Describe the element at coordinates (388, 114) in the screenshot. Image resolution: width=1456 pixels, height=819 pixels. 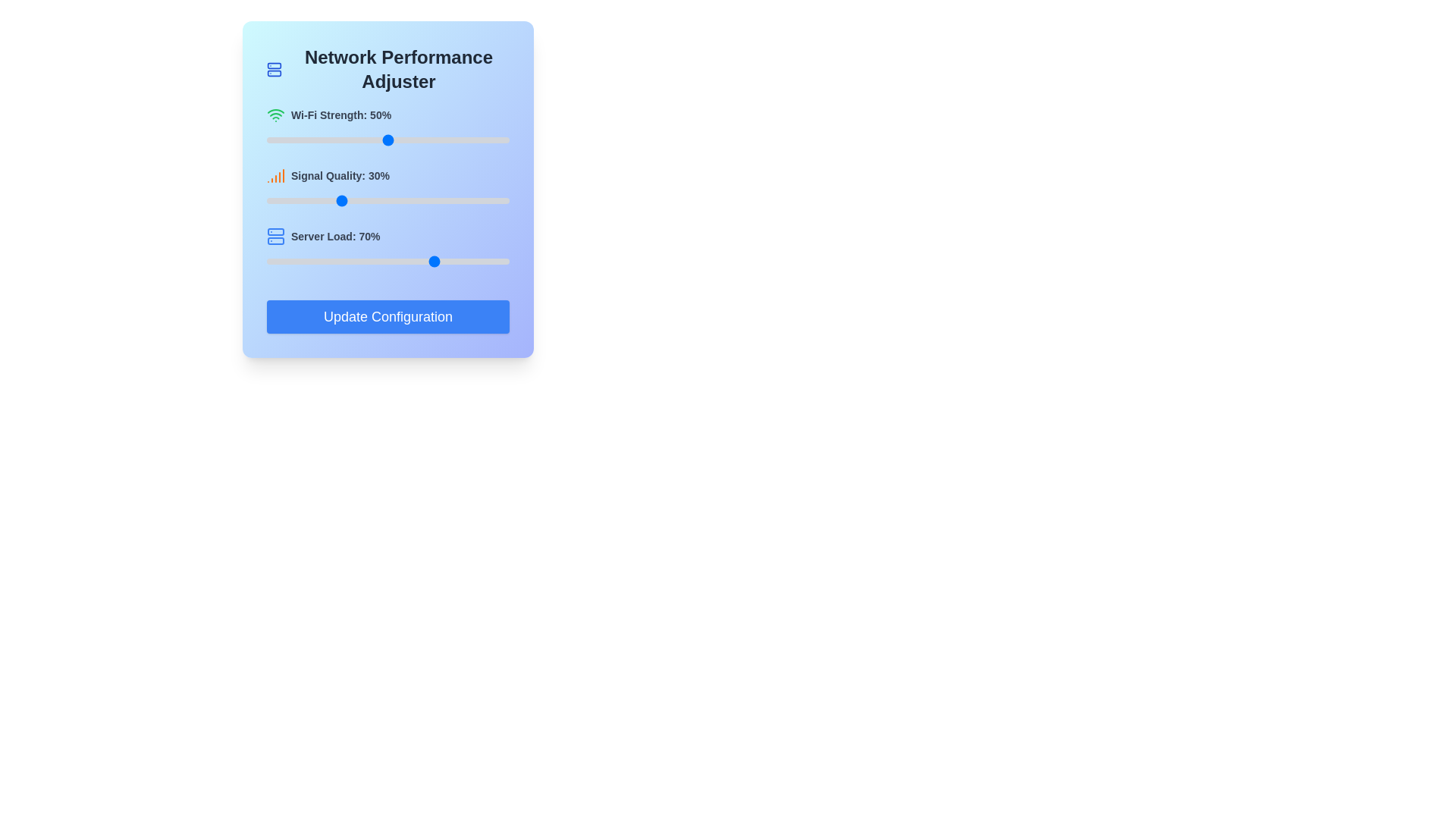
I see `the 'Wi-Fi Strength: 50%' text label with a green Wi-Fi signal icon, which is the first item in the 'Network Performance Adjuster' section` at that location.